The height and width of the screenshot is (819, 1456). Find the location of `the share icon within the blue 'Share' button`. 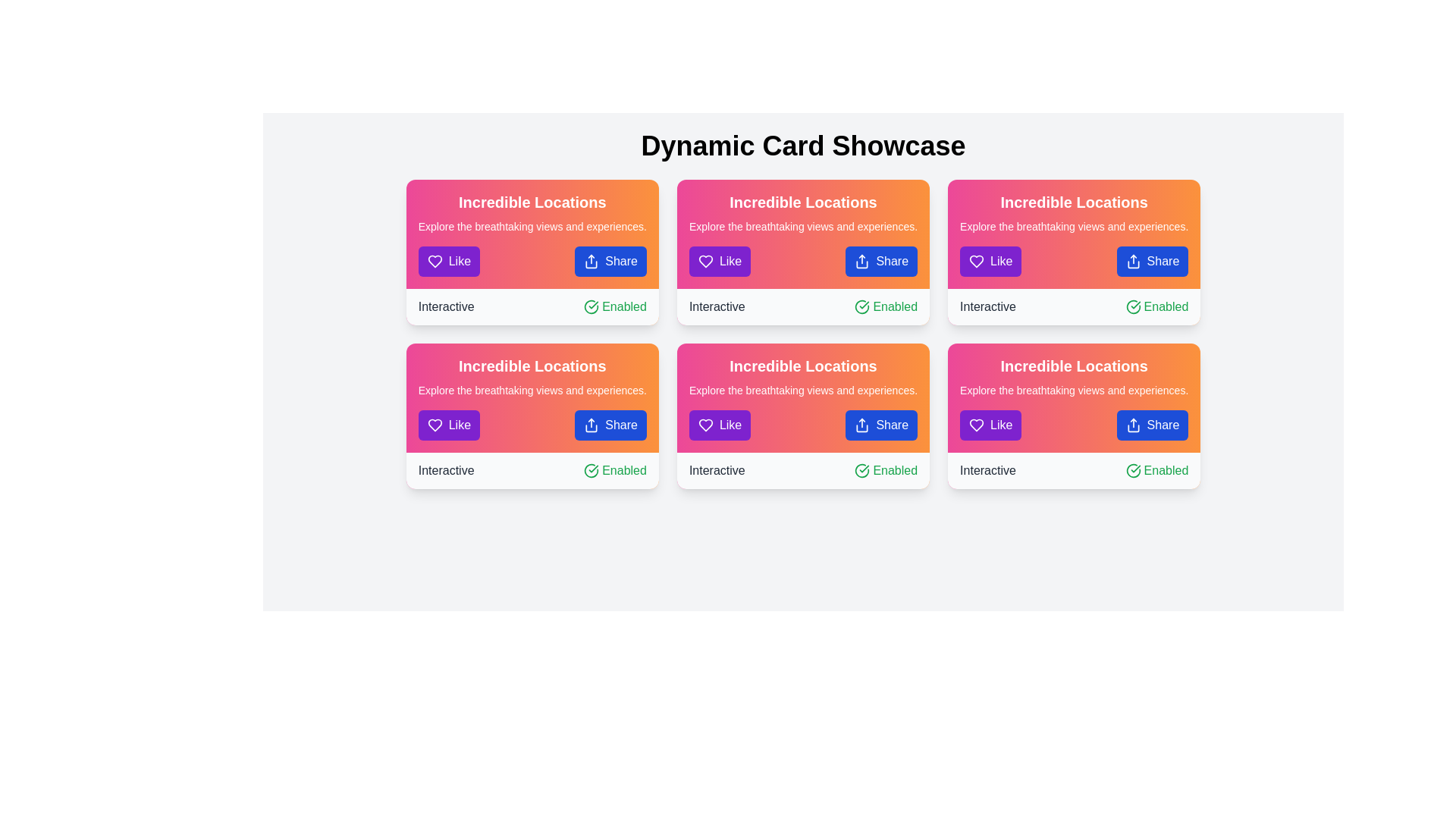

the share icon within the blue 'Share' button is located at coordinates (1133, 425).